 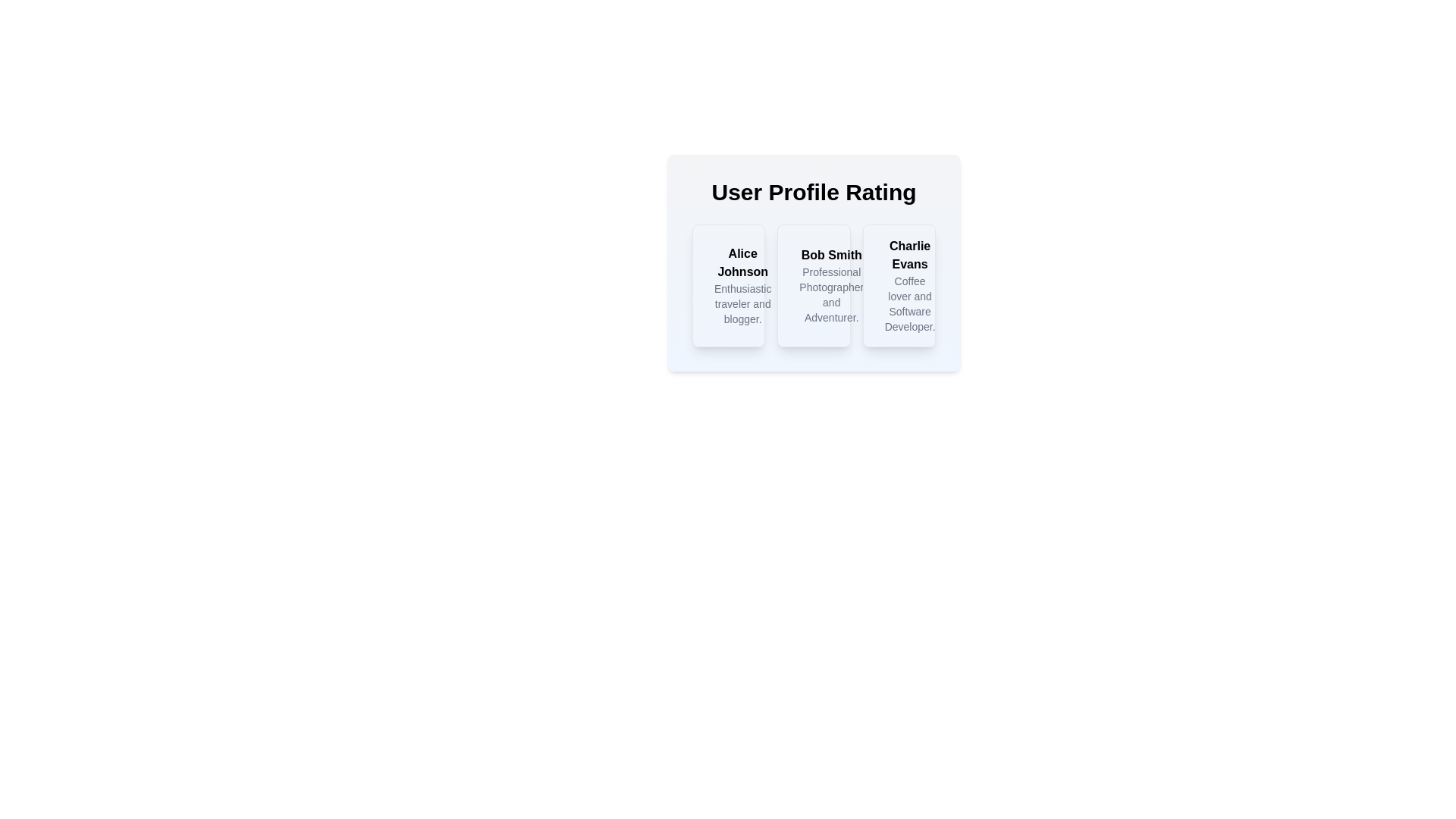 What do you see at coordinates (899, 286) in the screenshot?
I see `the card surrounding the Profile Information Display for interaction, which features the name 'Charlie Evans' and is located within the third card under 'User Profile Rating.'` at bounding box center [899, 286].